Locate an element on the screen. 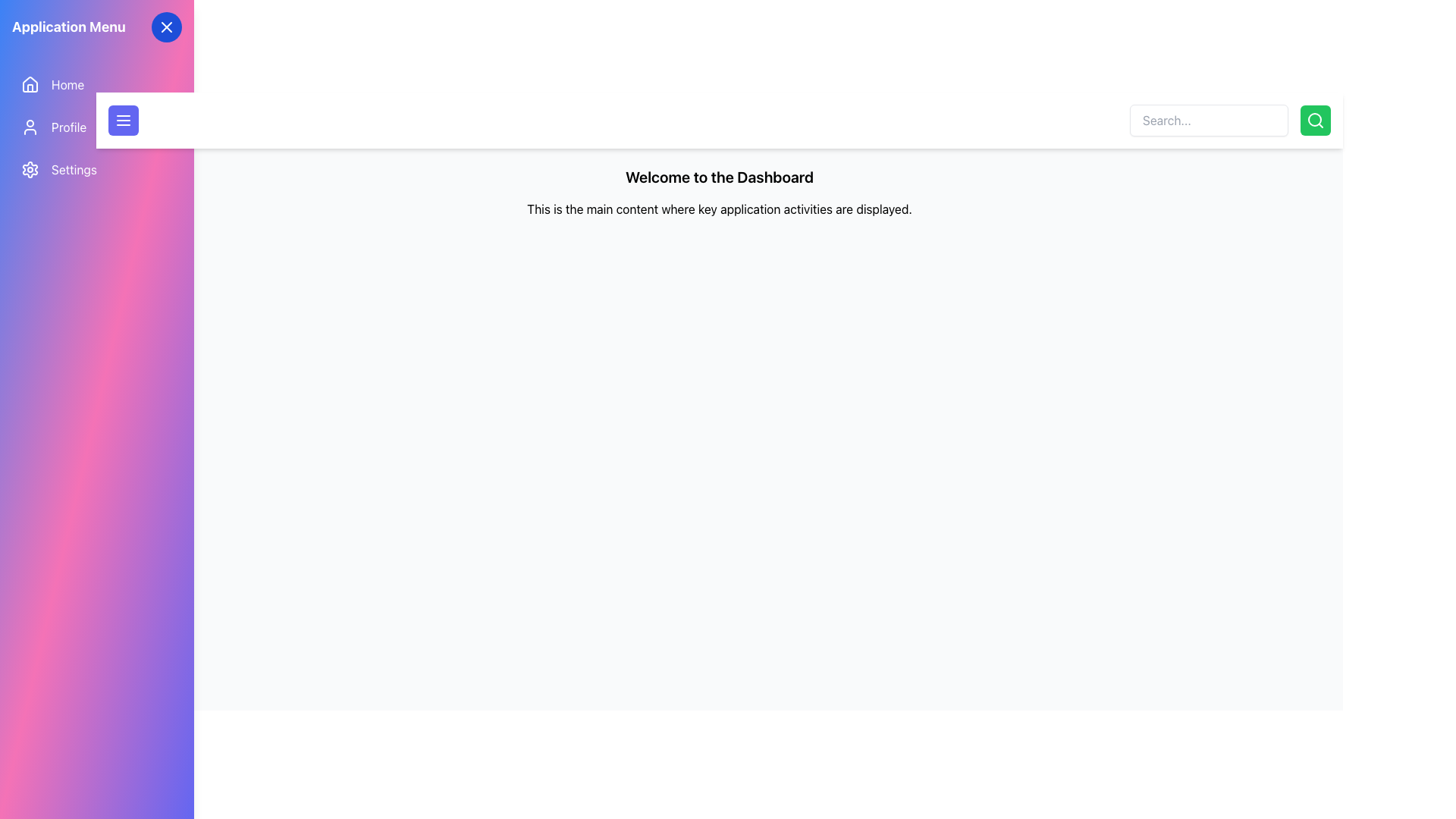 The width and height of the screenshot is (1456, 819). the second interactive item in the vertical navigation menu is located at coordinates (96, 127).